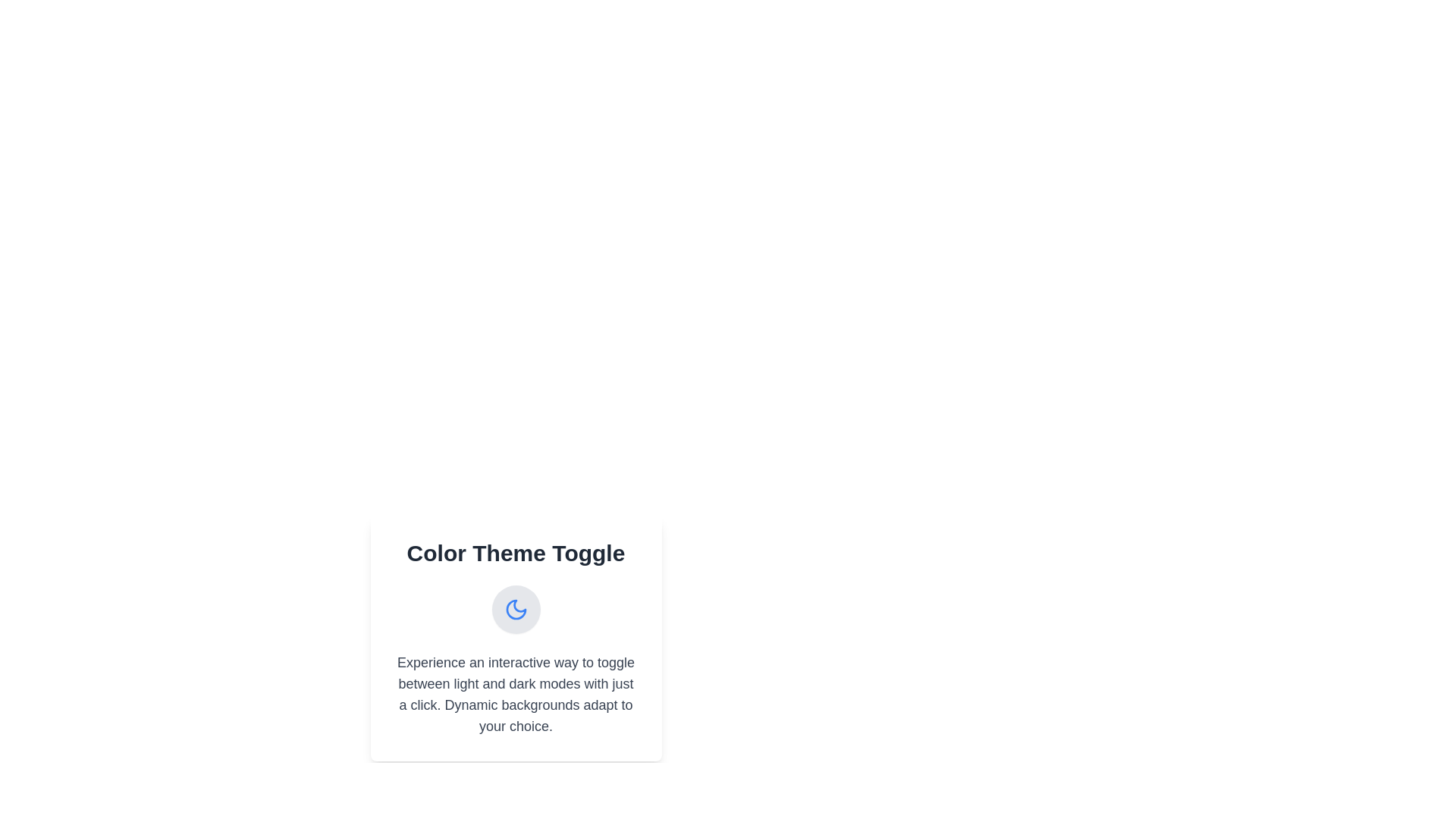 The height and width of the screenshot is (819, 1456). What do you see at coordinates (516, 608) in the screenshot?
I see `the SVG icon representing the night mode toggle, which is part of a circular button with a light gray background located under the 'Color Theme Toggle' title` at bounding box center [516, 608].